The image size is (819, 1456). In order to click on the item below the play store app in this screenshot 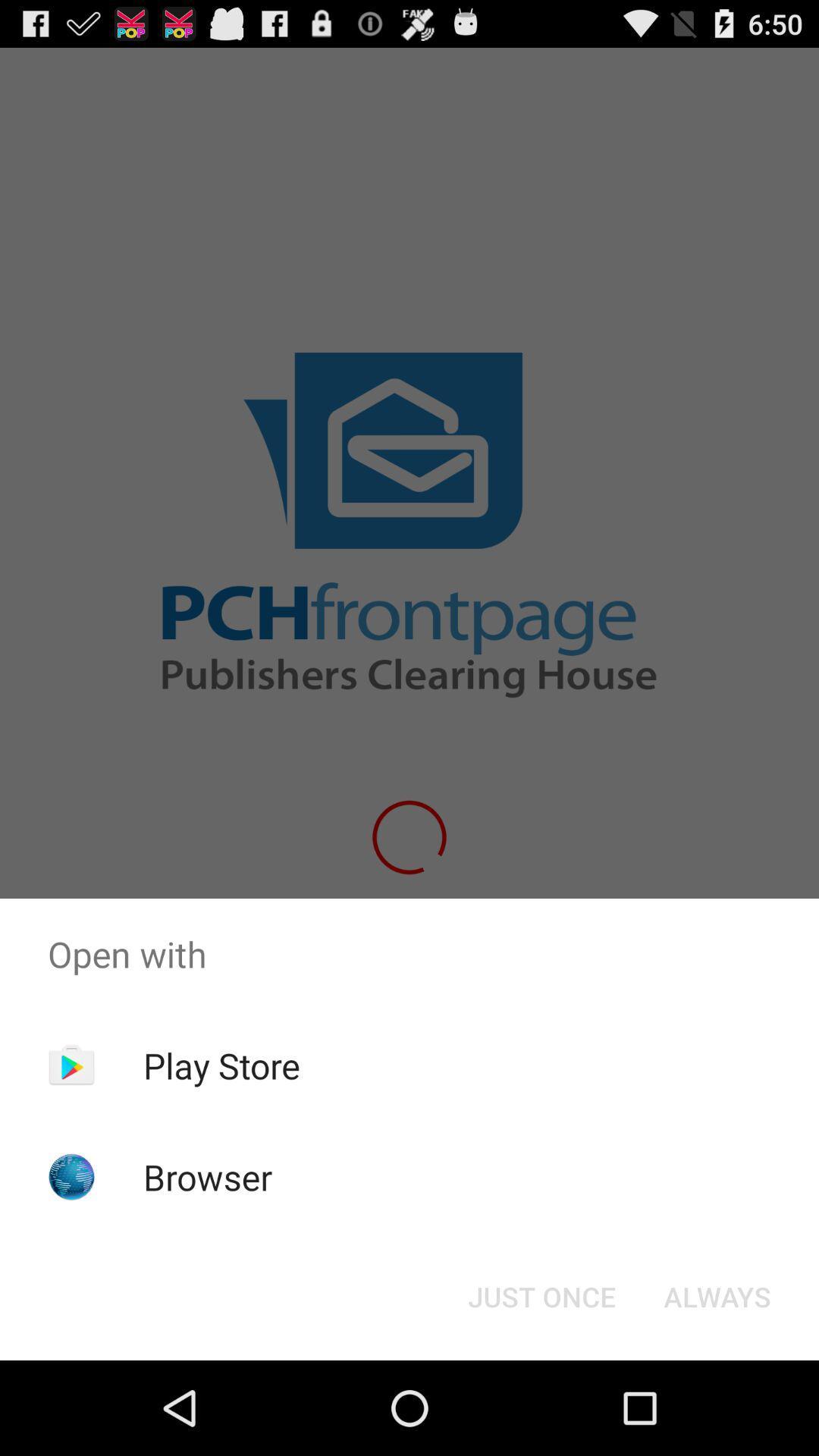, I will do `click(208, 1176)`.